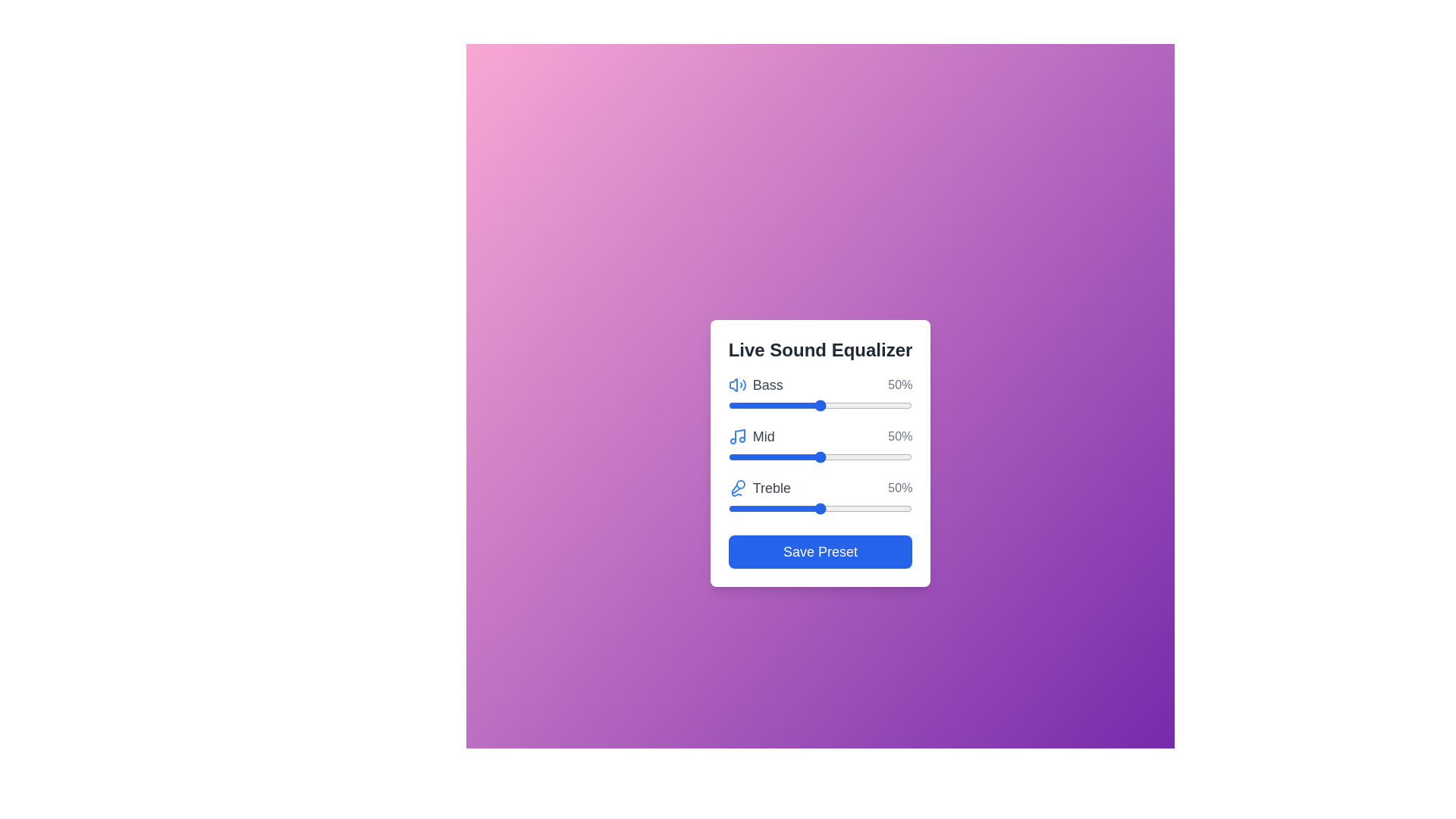 The height and width of the screenshot is (819, 1456). What do you see at coordinates (892, 509) in the screenshot?
I see `the Treble slider to 89%` at bounding box center [892, 509].